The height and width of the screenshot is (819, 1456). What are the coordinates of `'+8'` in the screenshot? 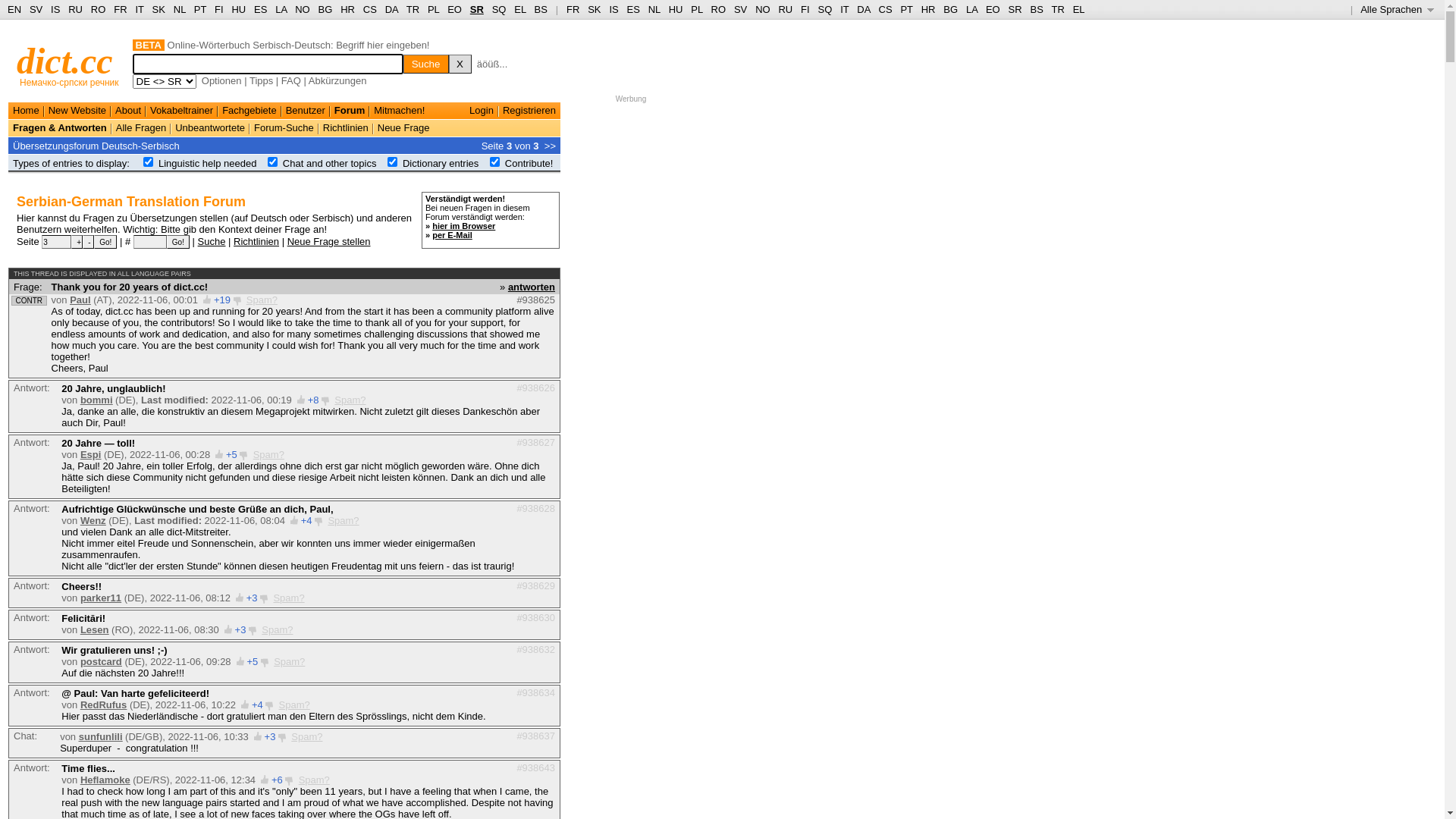 It's located at (312, 399).